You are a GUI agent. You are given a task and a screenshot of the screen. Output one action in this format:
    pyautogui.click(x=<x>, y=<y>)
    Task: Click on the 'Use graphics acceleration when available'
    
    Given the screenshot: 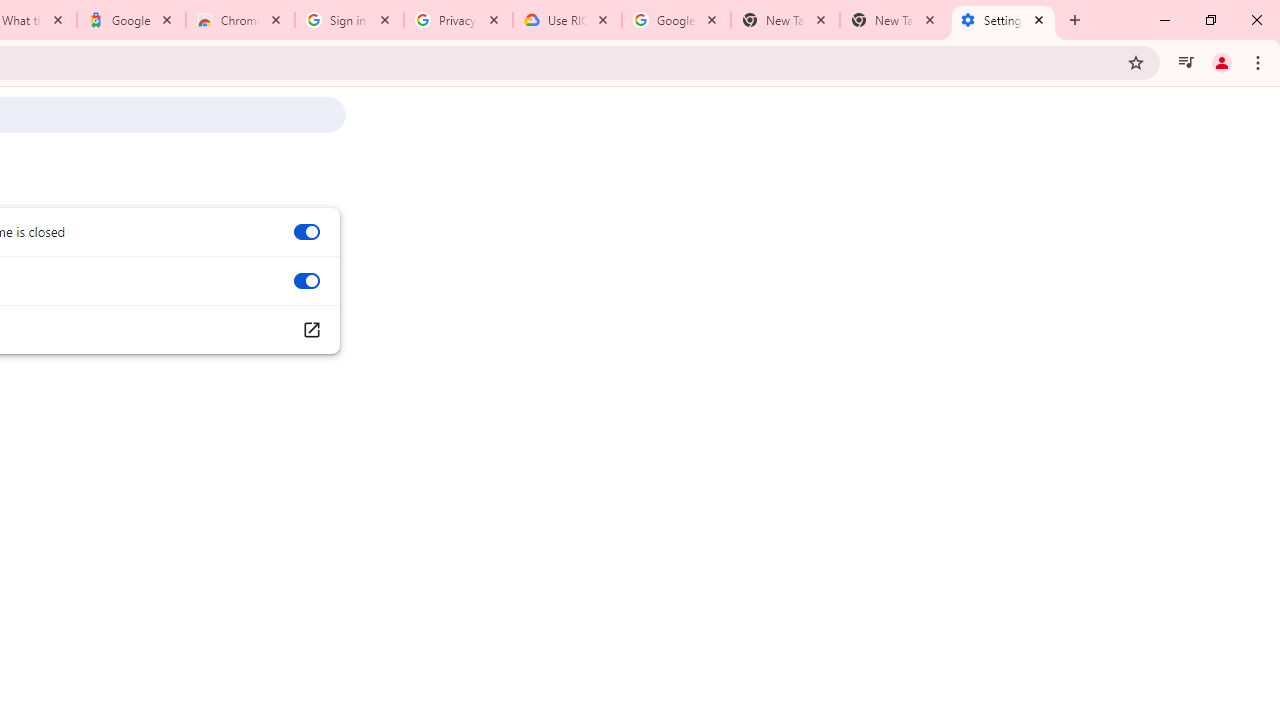 What is the action you would take?
    pyautogui.click(x=305, y=281)
    